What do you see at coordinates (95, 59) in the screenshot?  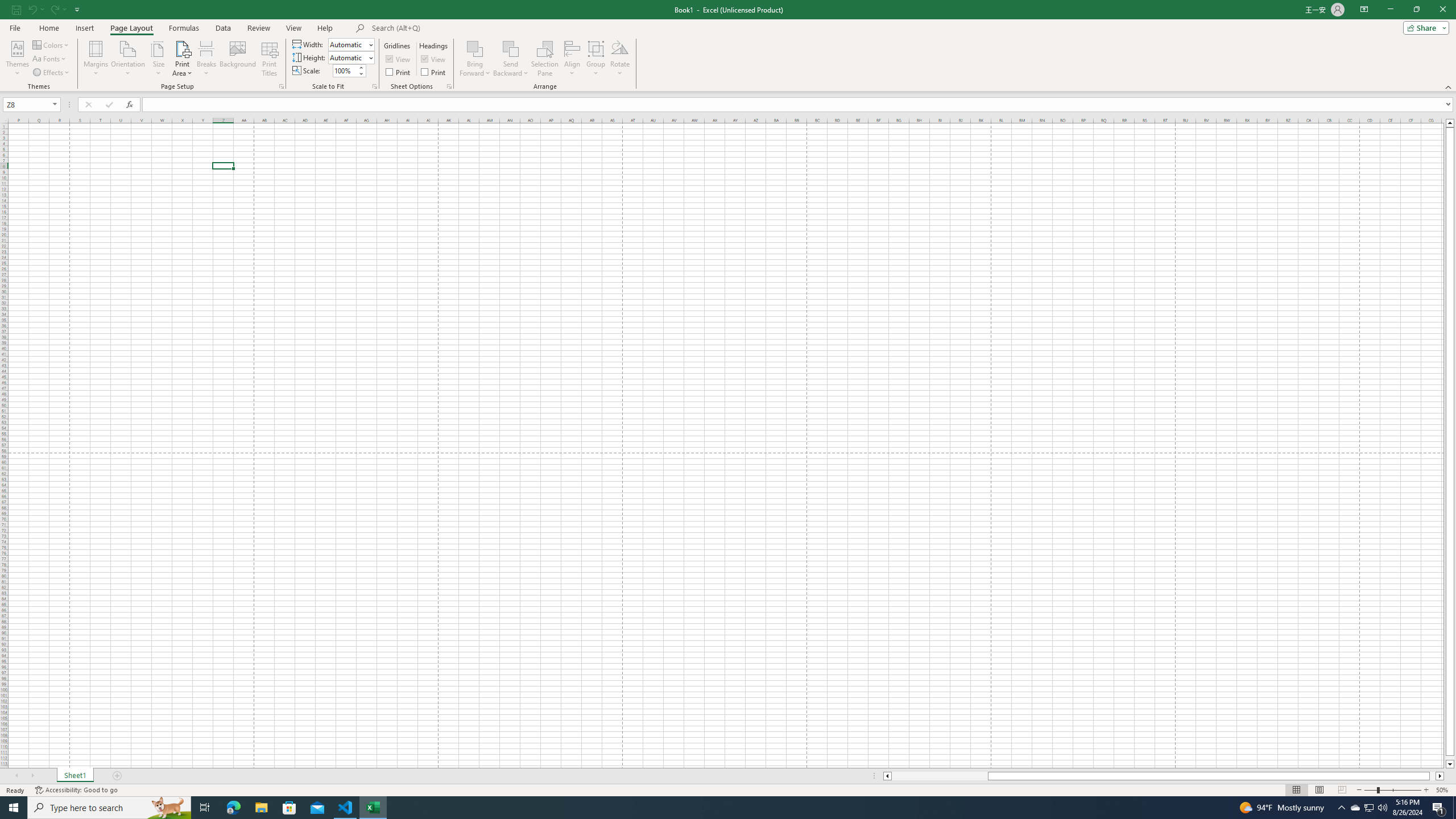 I see `'Margins'` at bounding box center [95, 59].